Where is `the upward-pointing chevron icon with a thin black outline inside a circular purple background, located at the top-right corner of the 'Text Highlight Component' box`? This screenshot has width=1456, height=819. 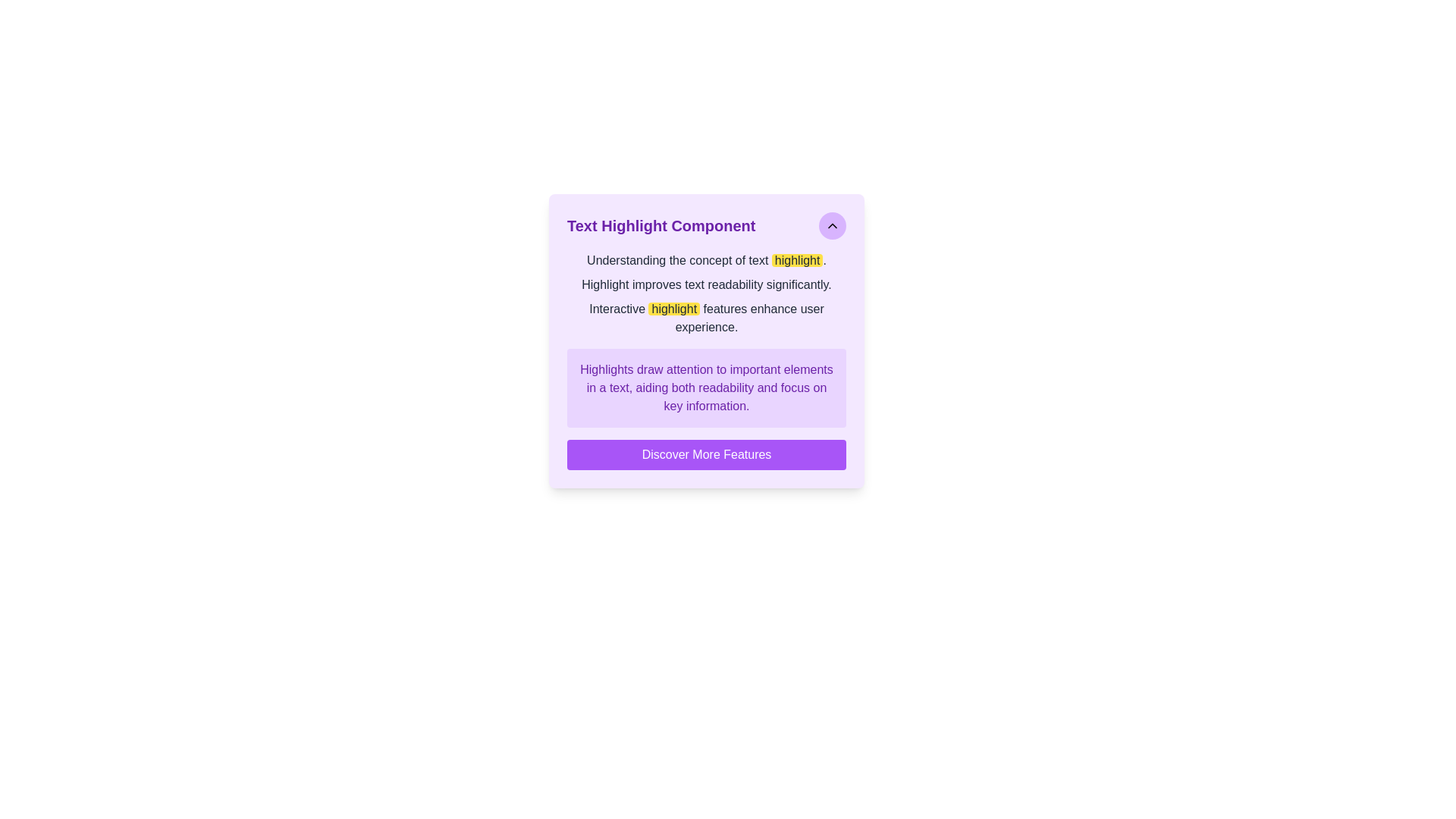
the upward-pointing chevron icon with a thin black outline inside a circular purple background, located at the top-right corner of the 'Text Highlight Component' box is located at coordinates (832, 225).